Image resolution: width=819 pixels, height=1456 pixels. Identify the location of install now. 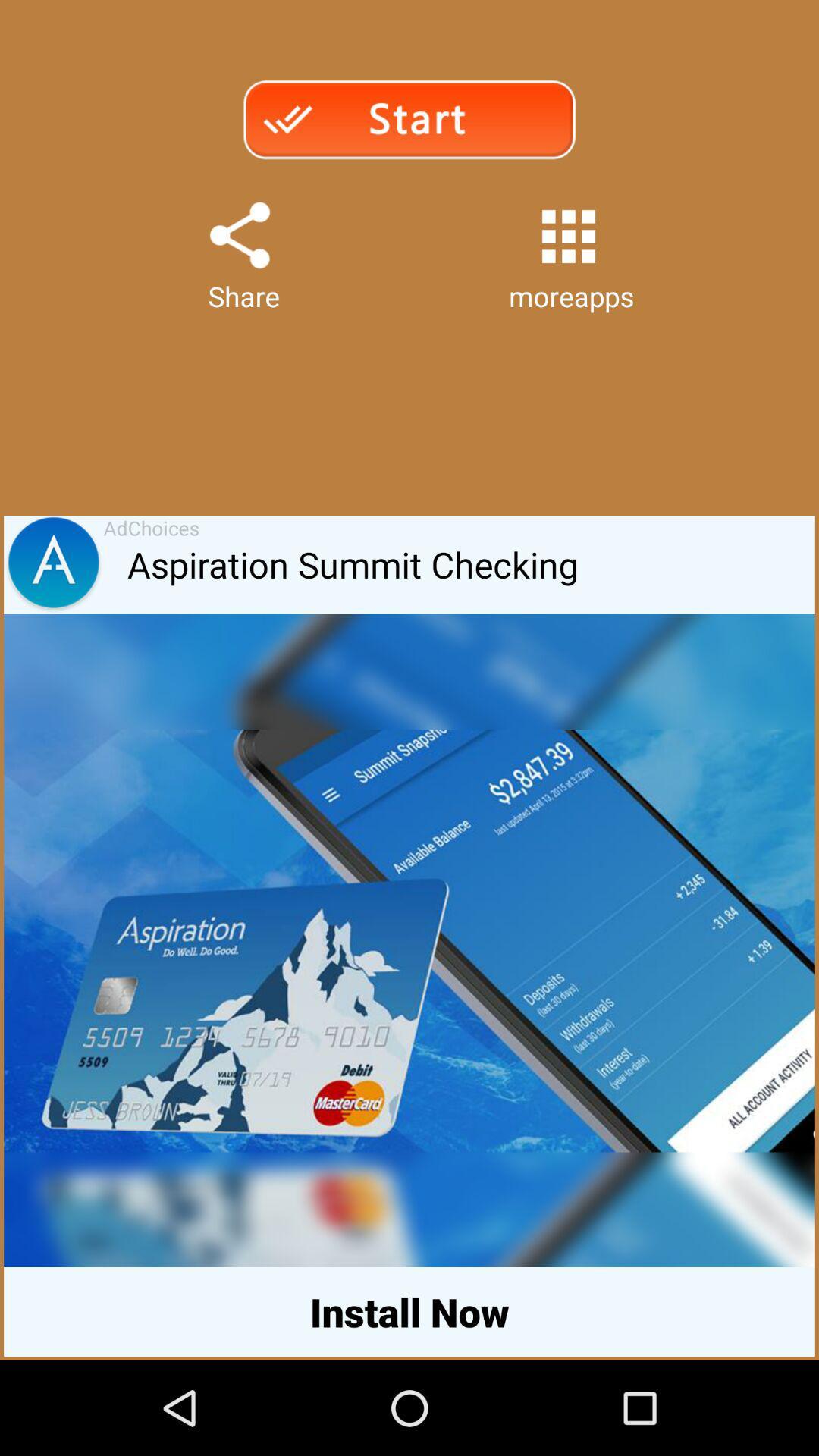
(409, 1311).